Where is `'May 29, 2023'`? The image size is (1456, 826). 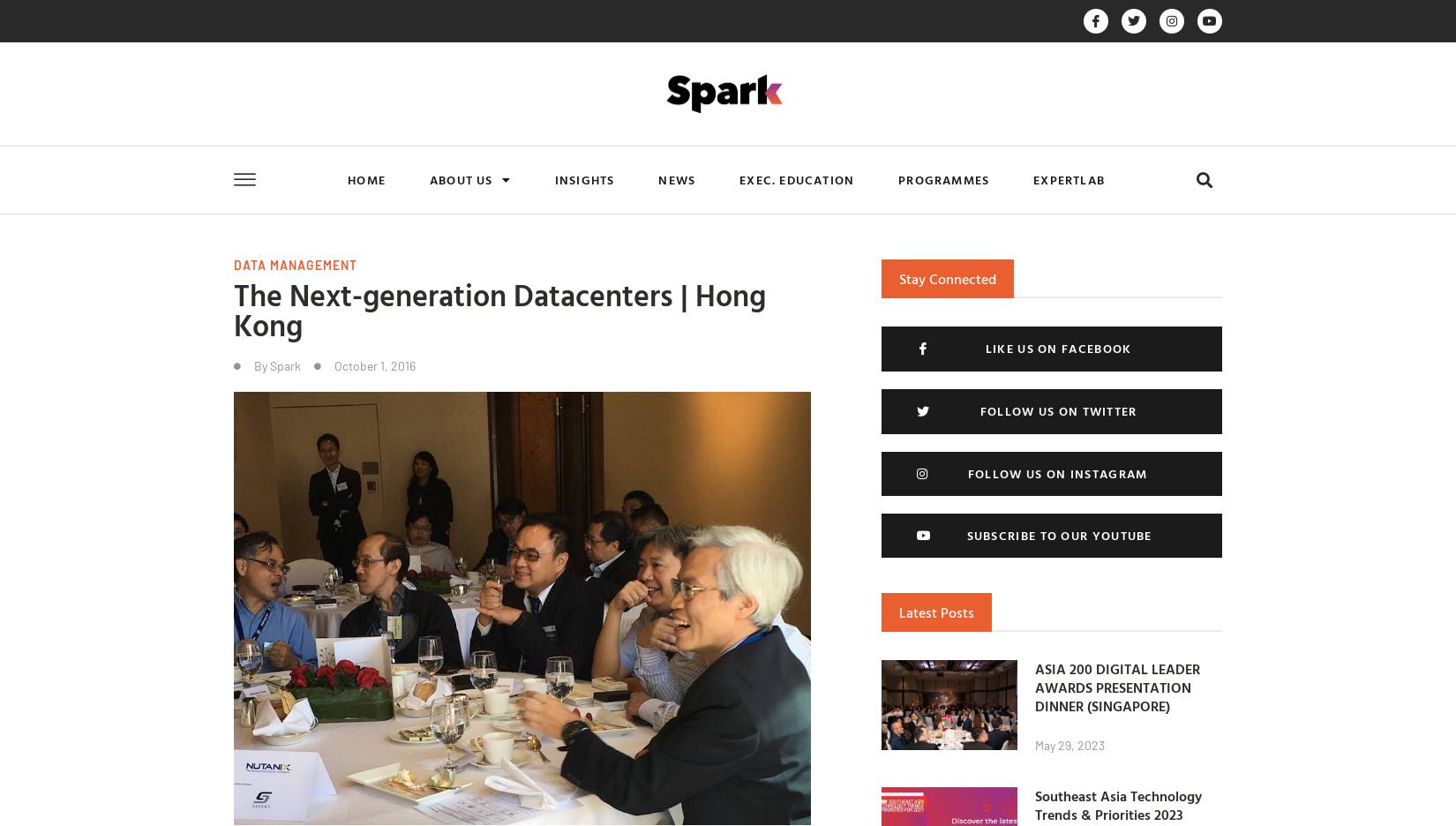 'May 29, 2023' is located at coordinates (1069, 744).